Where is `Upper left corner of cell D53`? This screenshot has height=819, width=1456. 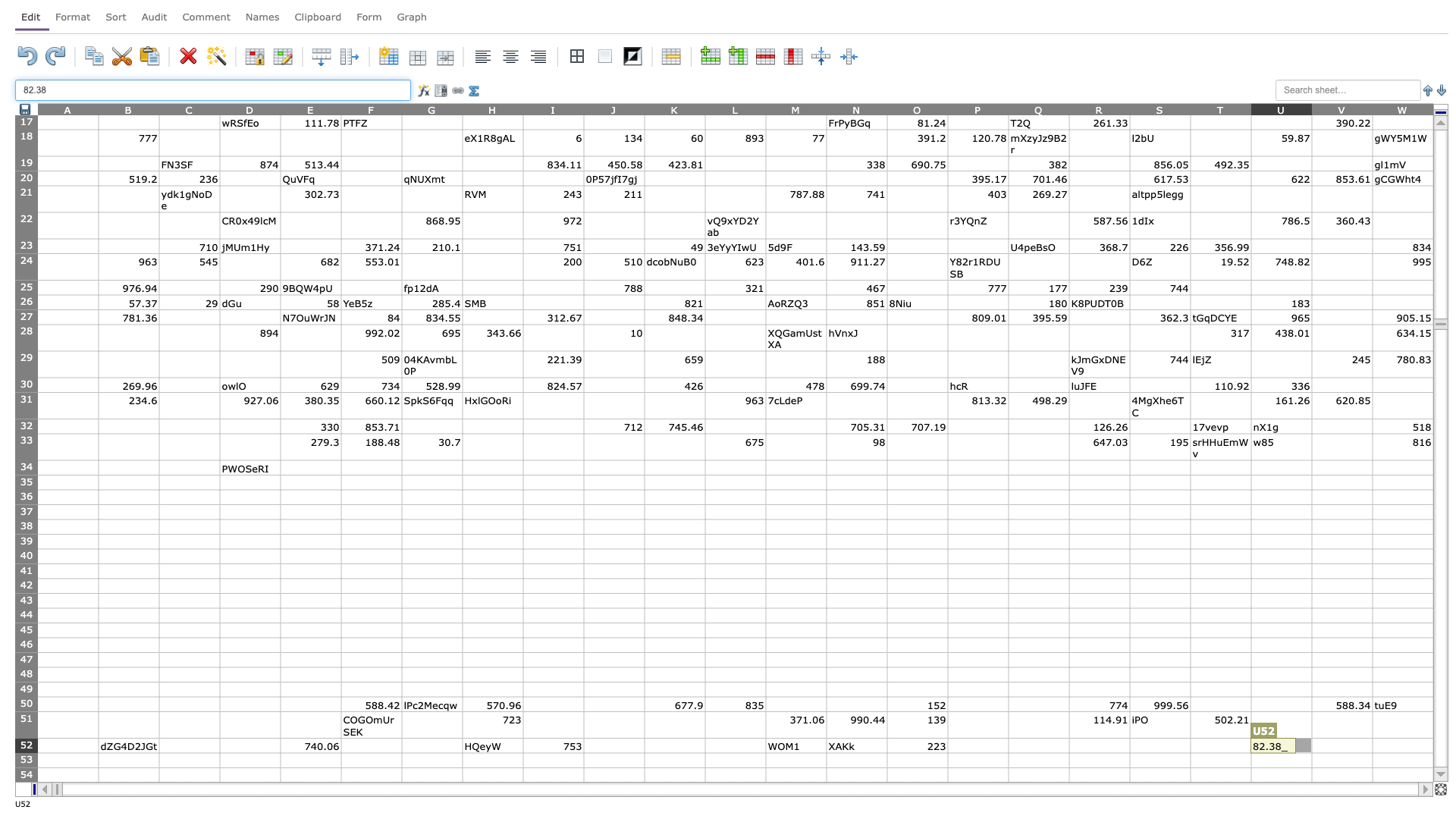 Upper left corner of cell D53 is located at coordinates (218, 752).